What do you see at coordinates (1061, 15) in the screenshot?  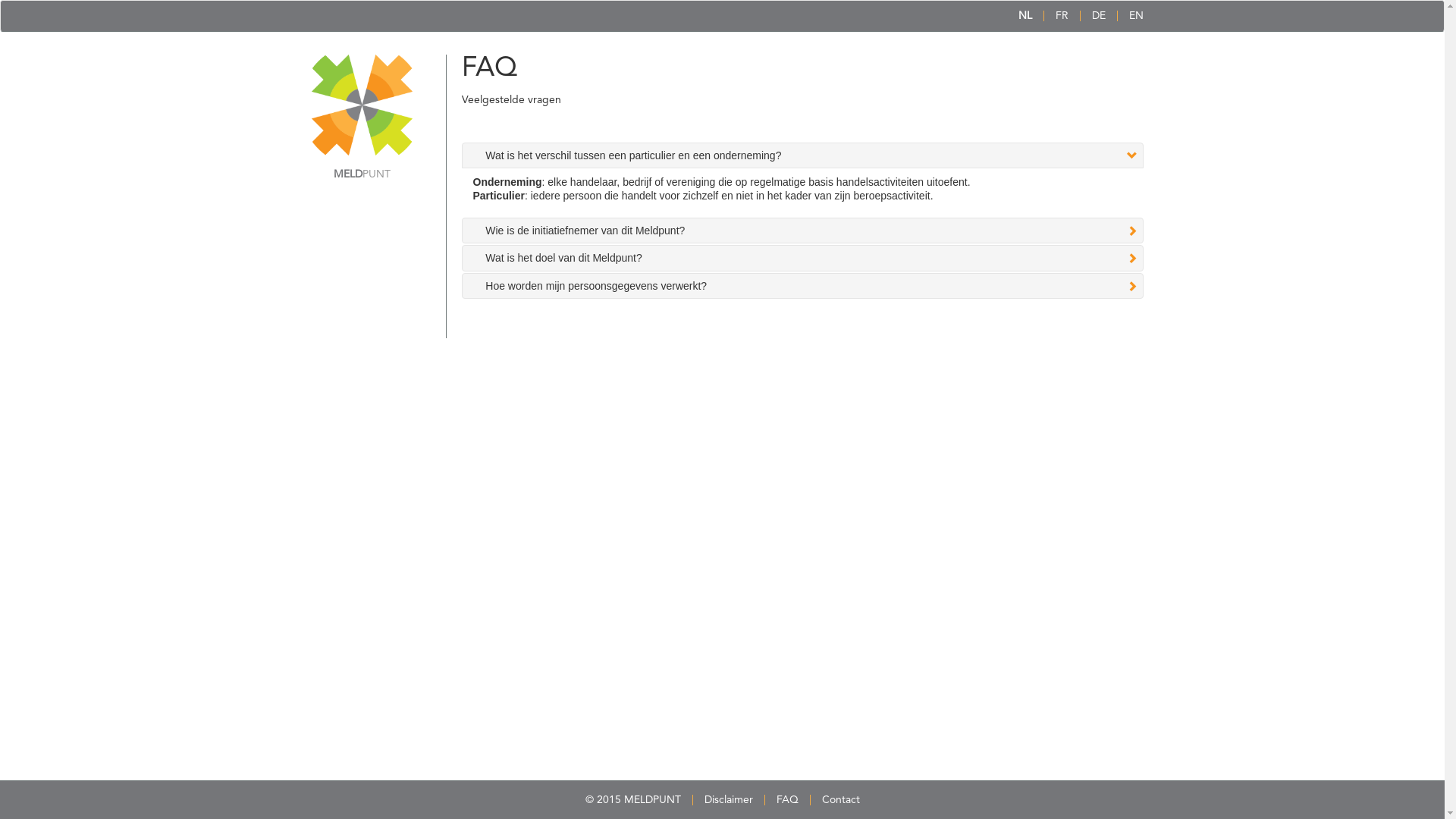 I see `'FR'` at bounding box center [1061, 15].